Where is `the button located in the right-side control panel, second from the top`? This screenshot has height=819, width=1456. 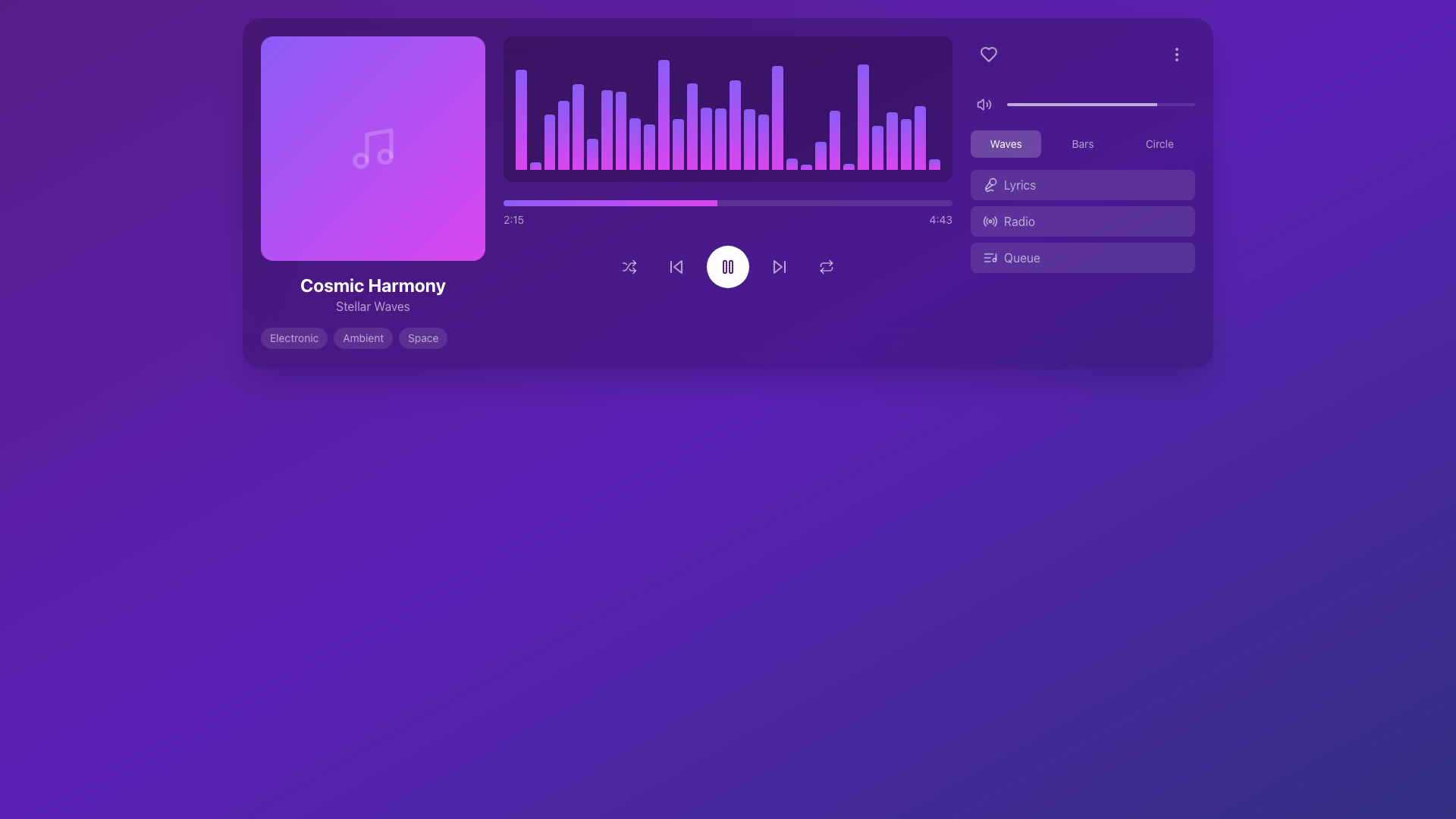
the button located in the right-side control panel, second from the top is located at coordinates (1082, 192).